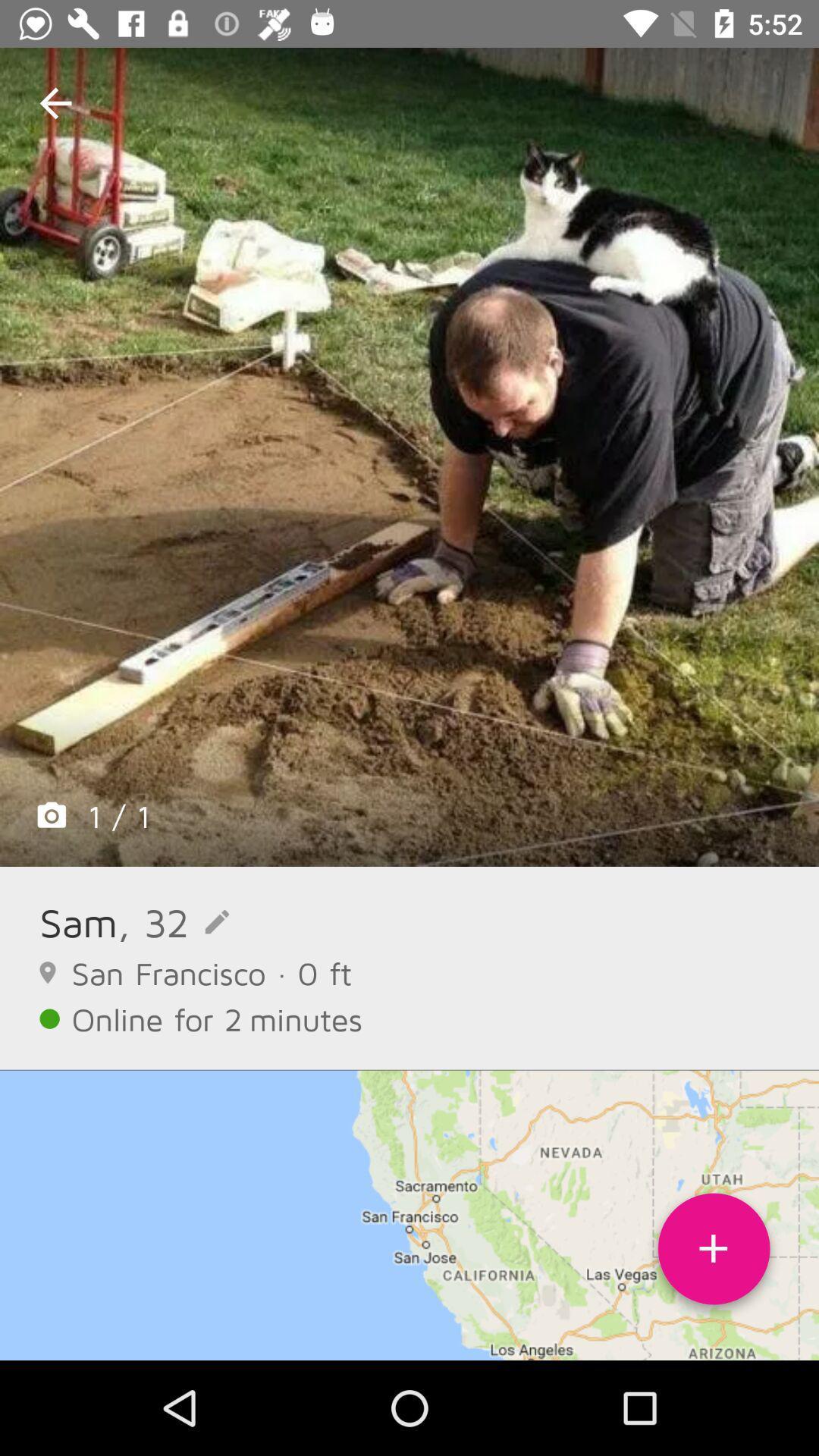 The image size is (819, 1456). Describe the element at coordinates (409, 457) in the screenshot. I see `zoom in` at that location.